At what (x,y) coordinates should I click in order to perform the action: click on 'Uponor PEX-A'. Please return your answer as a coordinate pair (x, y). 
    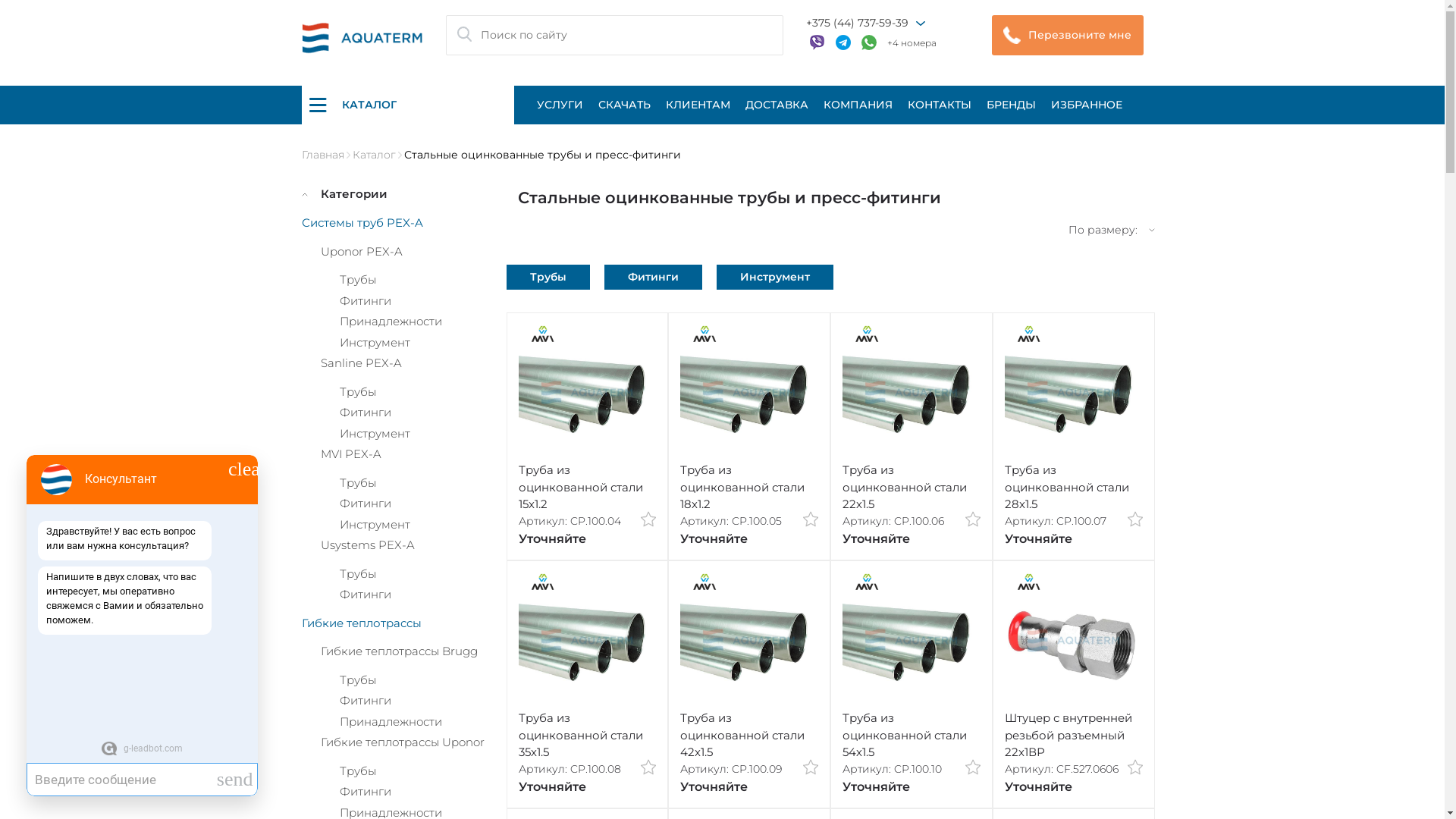
    Looking at the image, I should click on (319, 250).